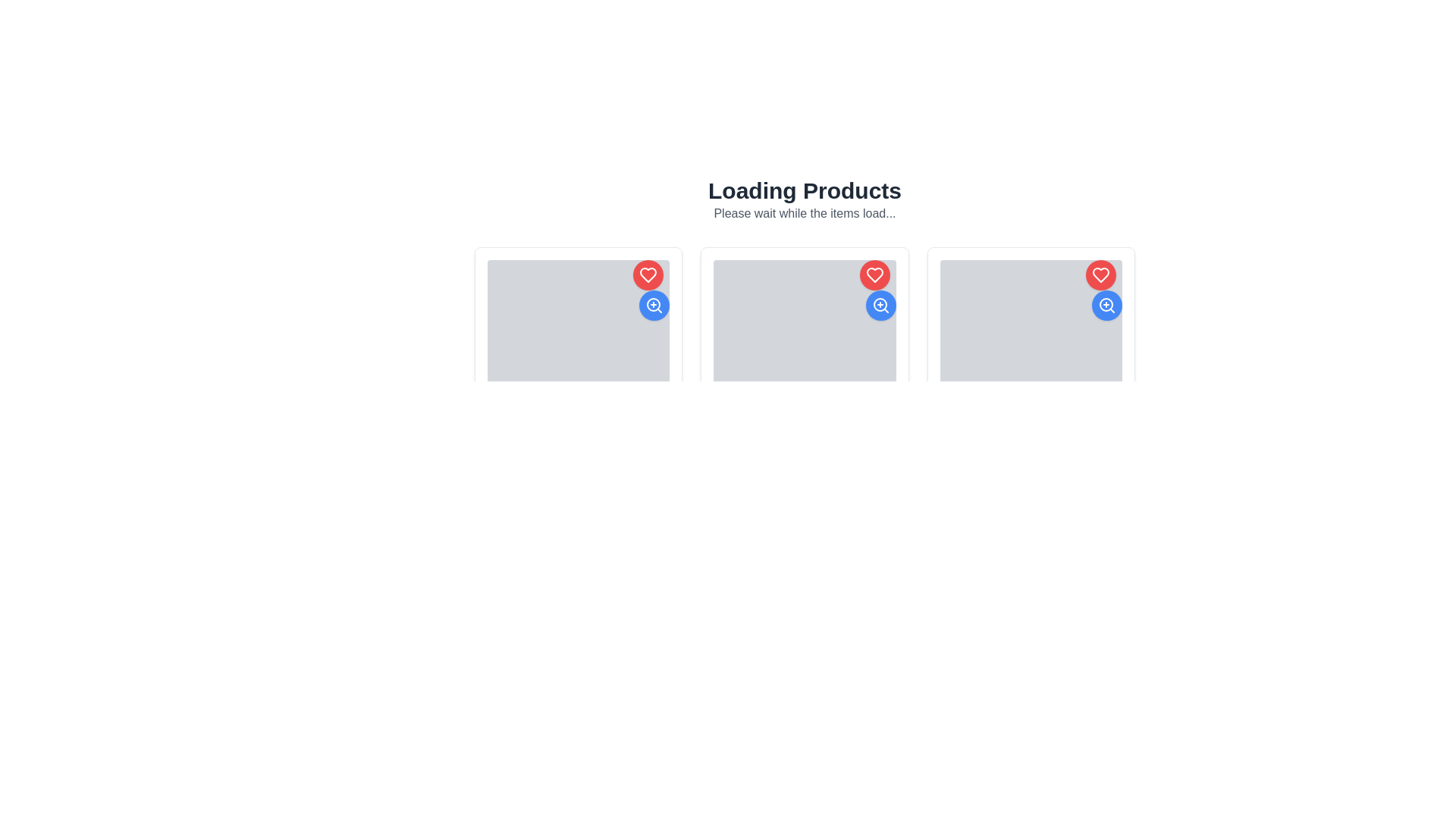  Describe the element at coordinates (654, 305) in the screenshot. I see `the zoom-in button located at the bottom-right corner of the second card` at that location.